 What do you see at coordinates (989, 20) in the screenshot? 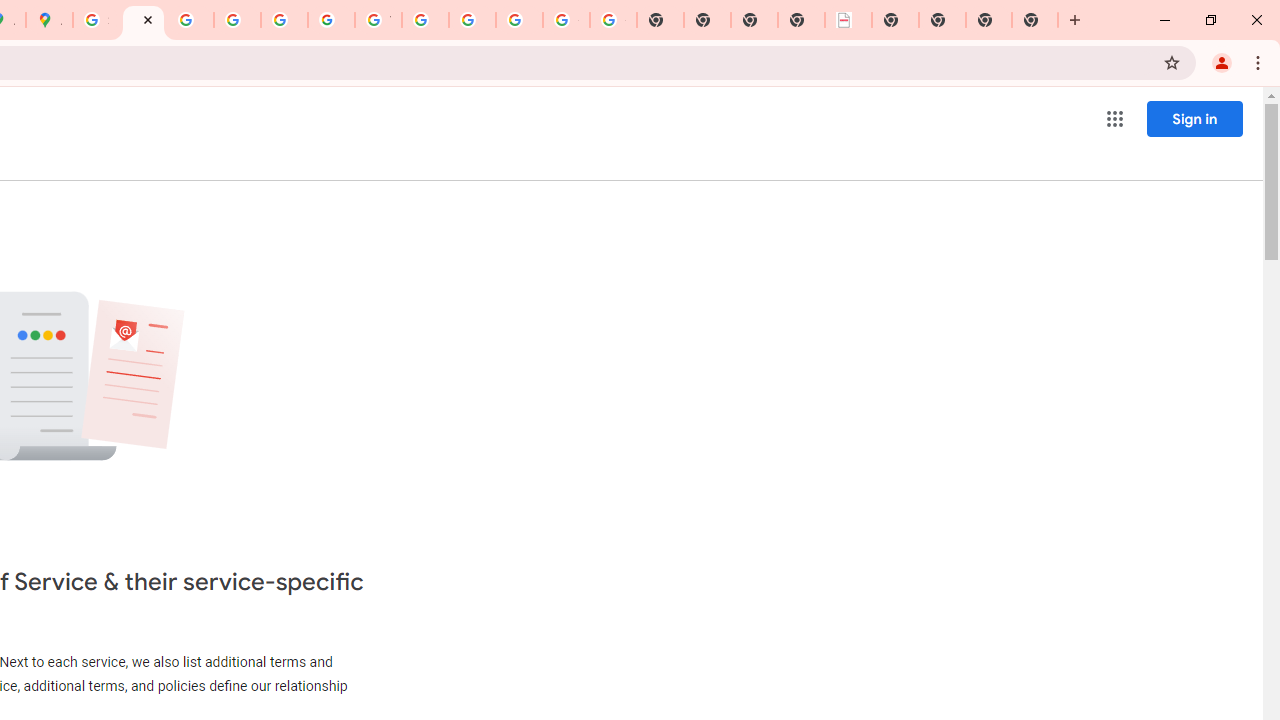
I see `'New Tab'` at bounding box center [989, 20].